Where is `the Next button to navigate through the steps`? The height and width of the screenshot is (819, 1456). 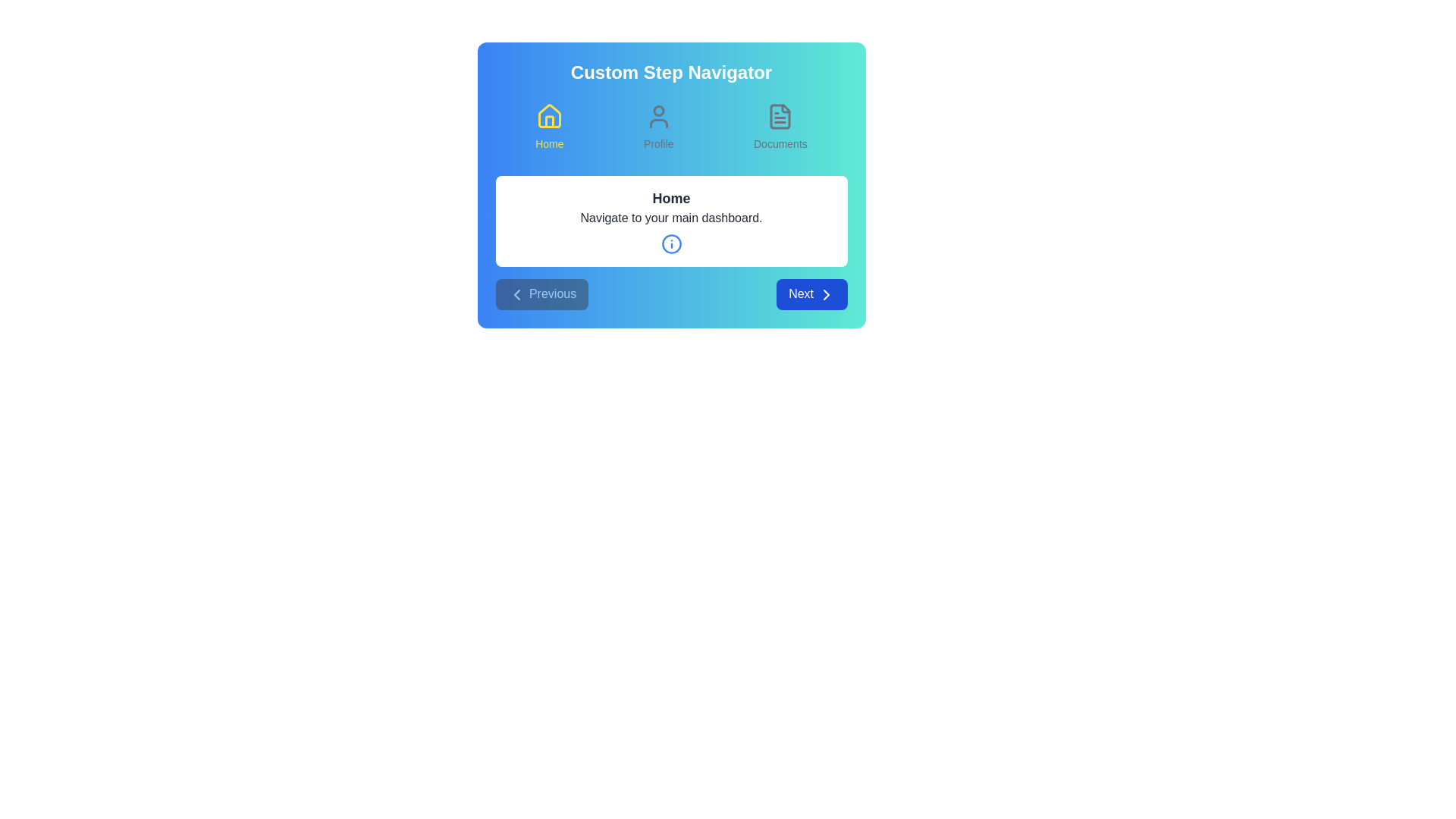 the Next button to navigate through the steps is located at coordinates (811, 294).